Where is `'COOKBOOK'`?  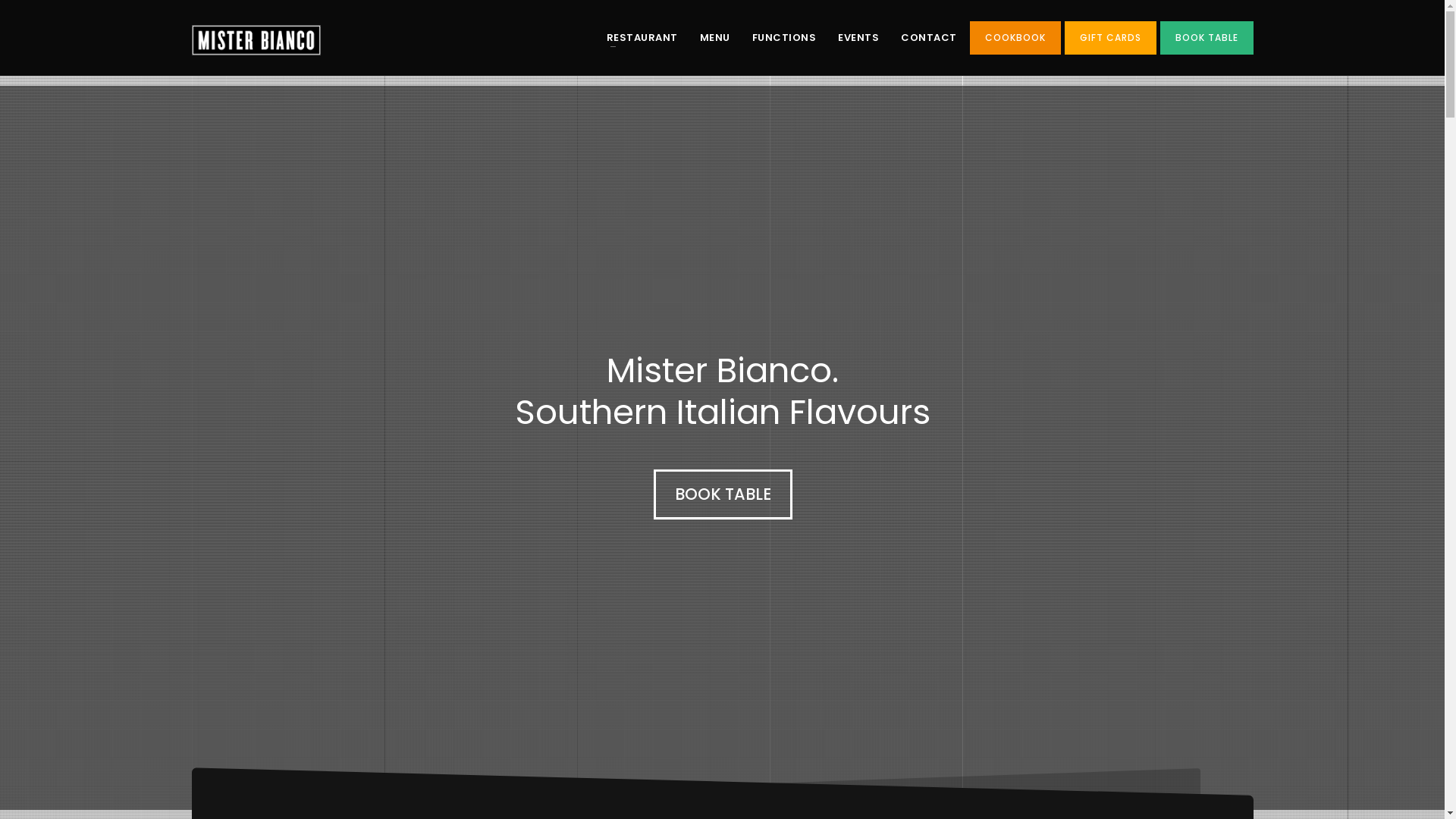
'COOKBOOK' is located at coordinates (1015, 37).